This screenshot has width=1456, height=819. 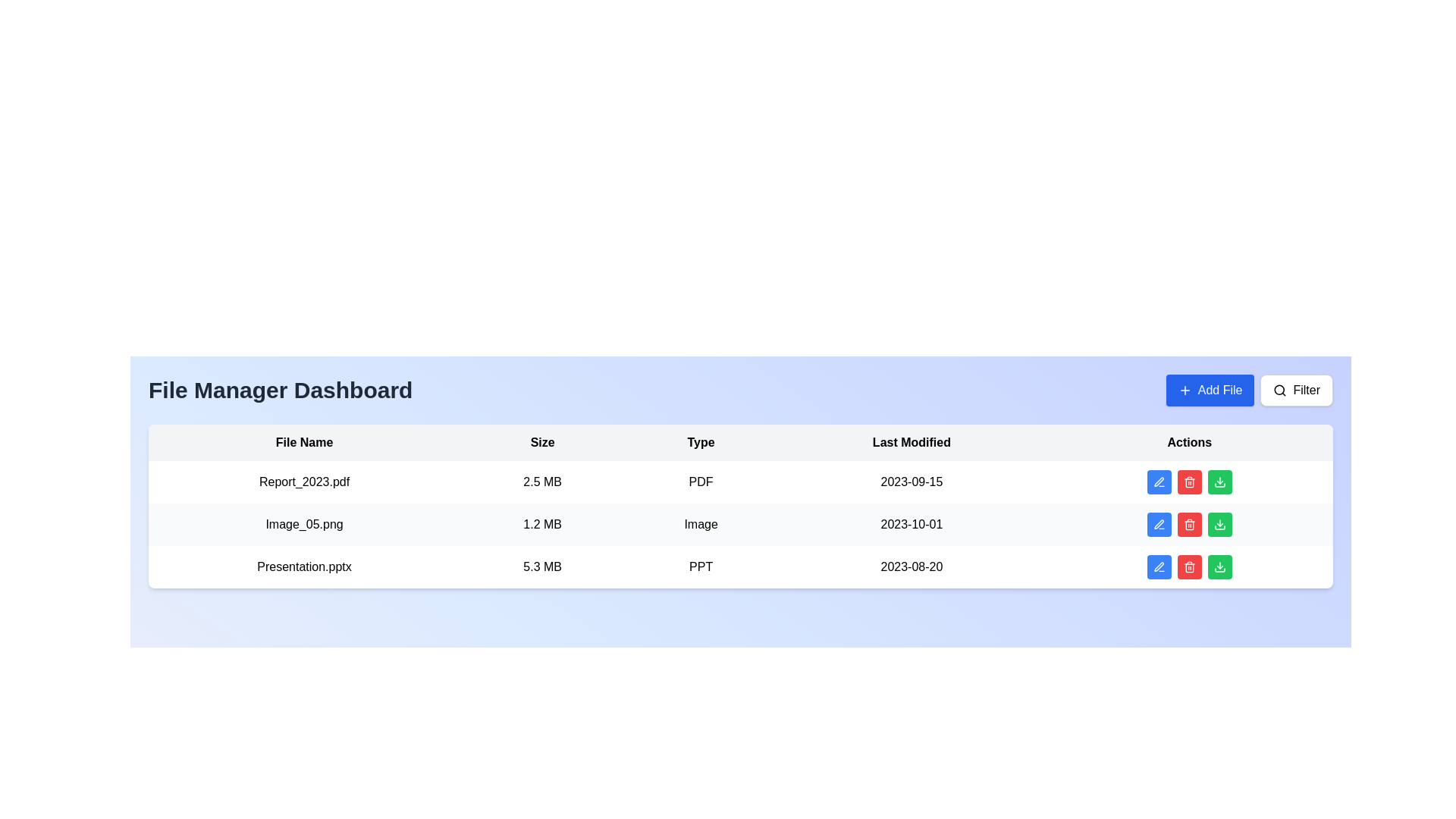 What do you see at coordinates (1219, 523) in the screenshot?
I see `the download button, which is the fourth button in the second row of action buttons in the data table, to initiate a file download` at bounding box center [1219, 523].